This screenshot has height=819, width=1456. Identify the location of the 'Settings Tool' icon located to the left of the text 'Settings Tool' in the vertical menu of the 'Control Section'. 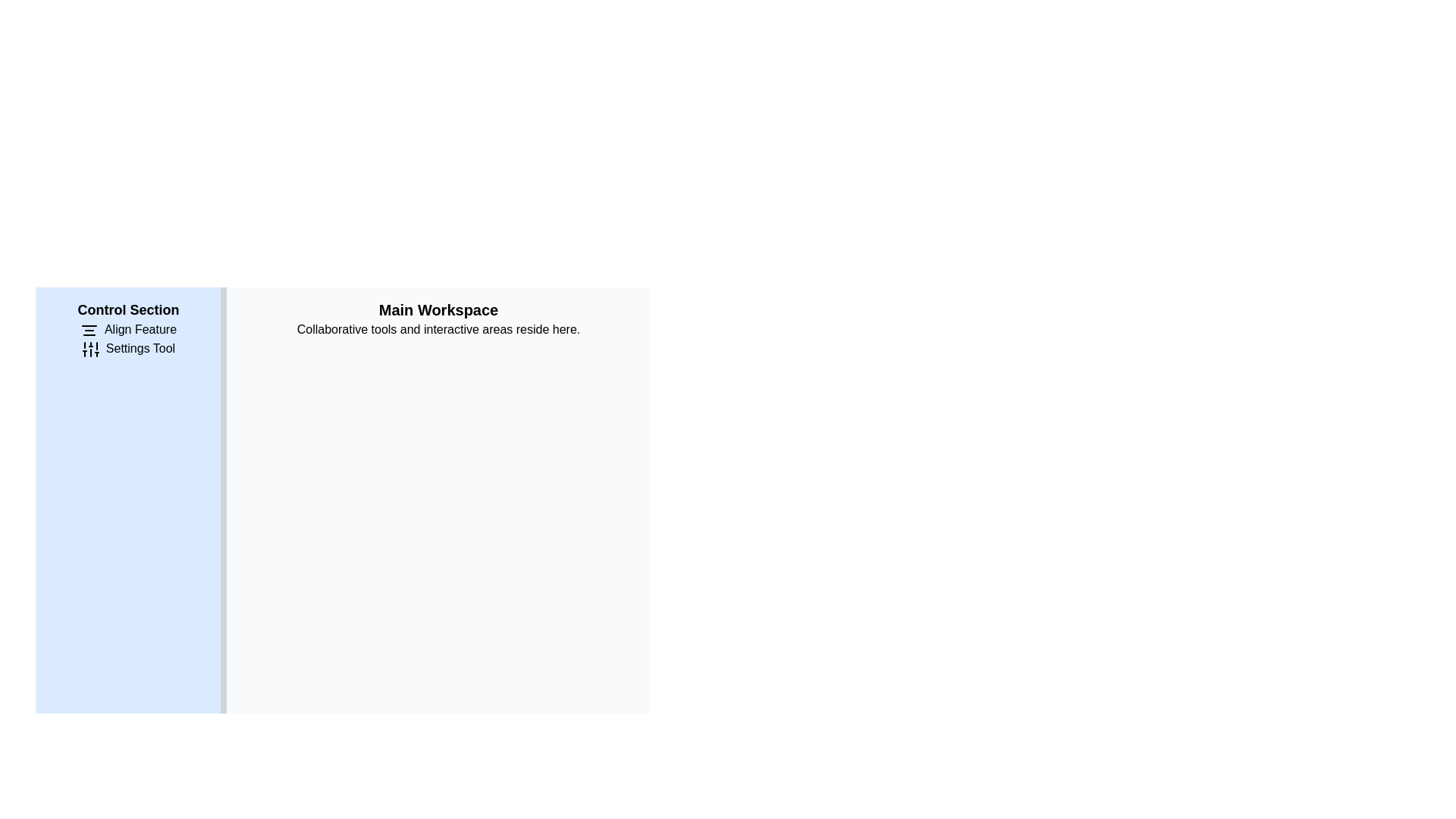
(89, 349).